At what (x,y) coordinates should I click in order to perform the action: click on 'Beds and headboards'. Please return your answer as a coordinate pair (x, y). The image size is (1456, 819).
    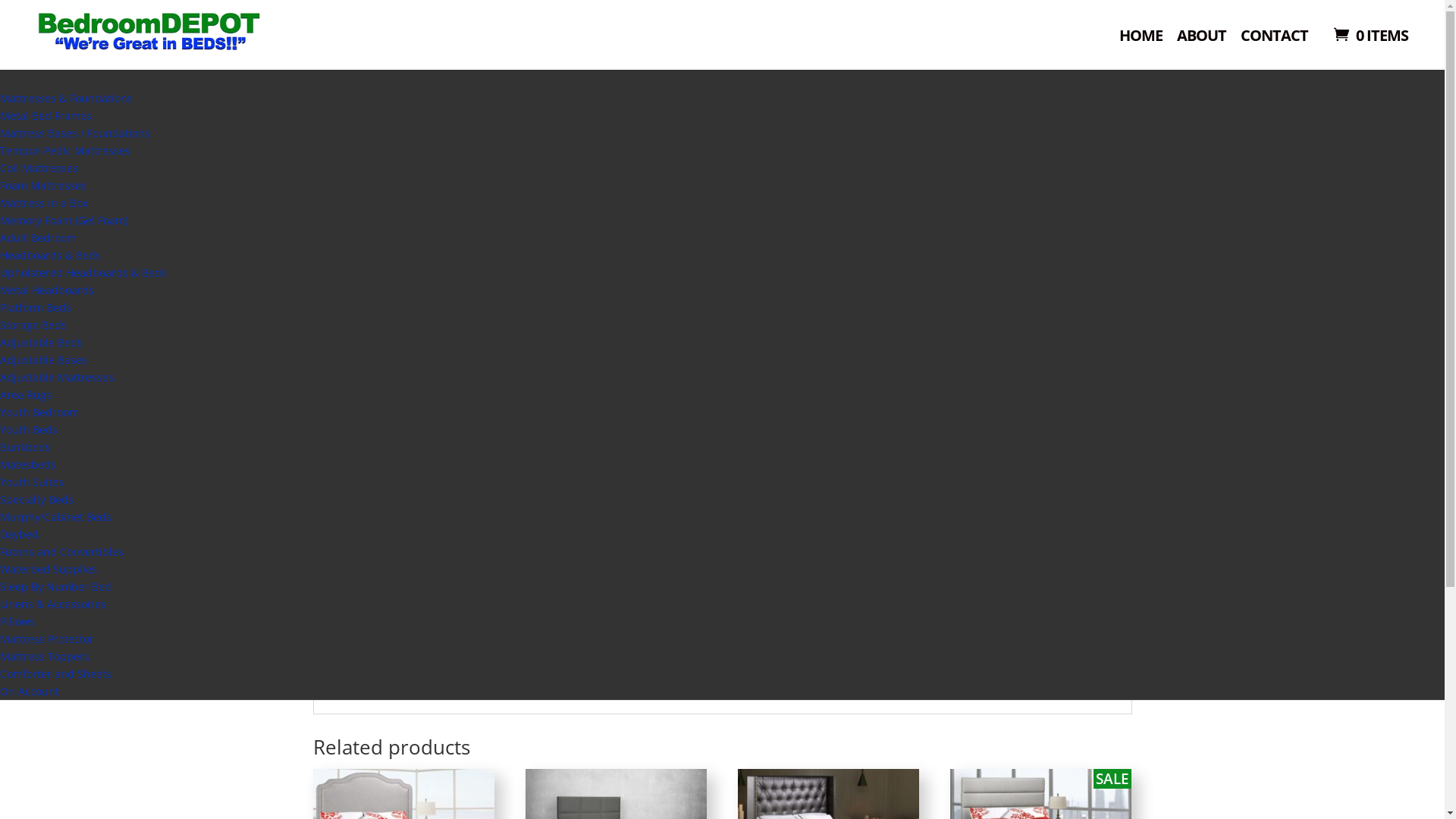
    Looking at the image, I should click on (397, 143).